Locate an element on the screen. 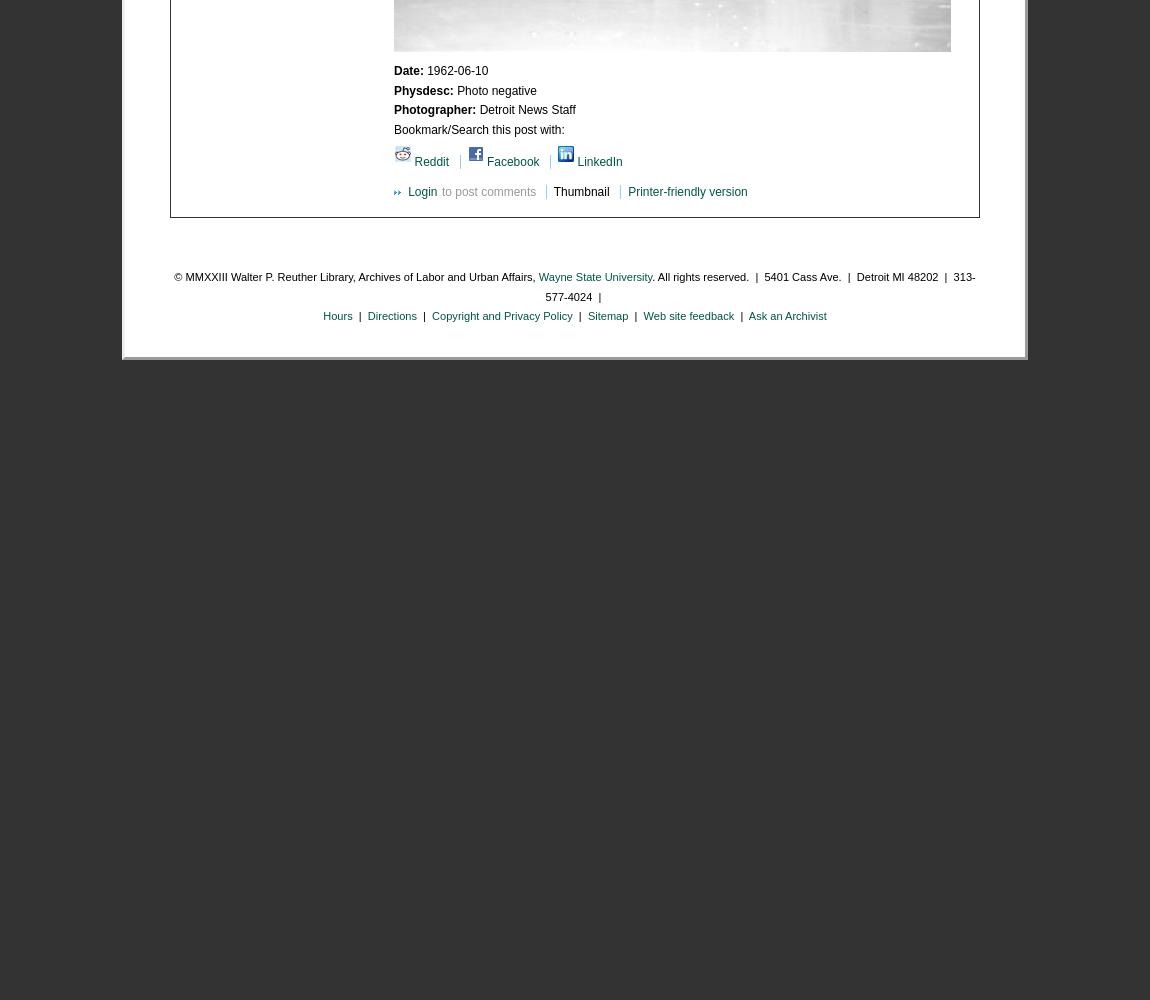 The width and height of the screenshot is (1150, 1000). 'Date:' is located at coordinates (393, 70).